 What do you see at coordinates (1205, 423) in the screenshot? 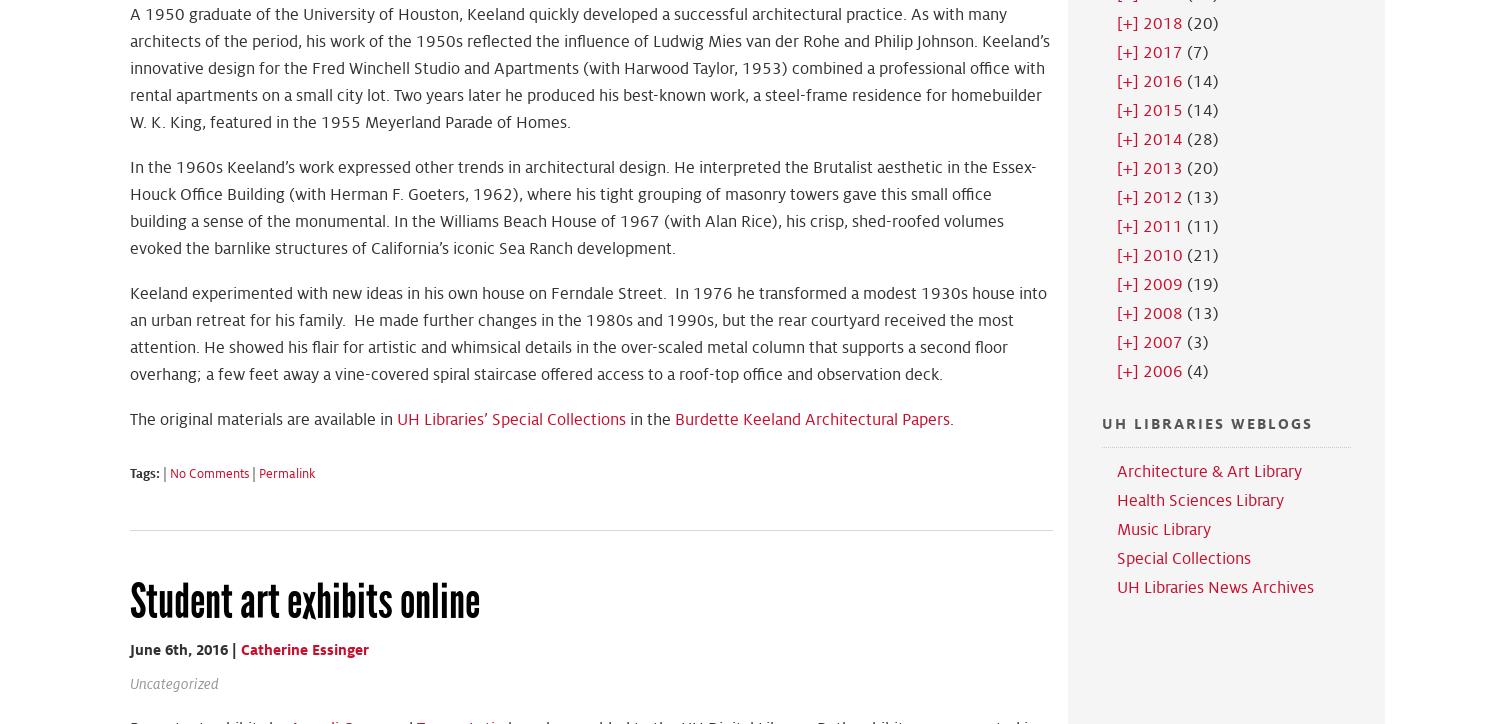
I see `'UH Libraries Weblogs'` at bounding box center [1205, 423].